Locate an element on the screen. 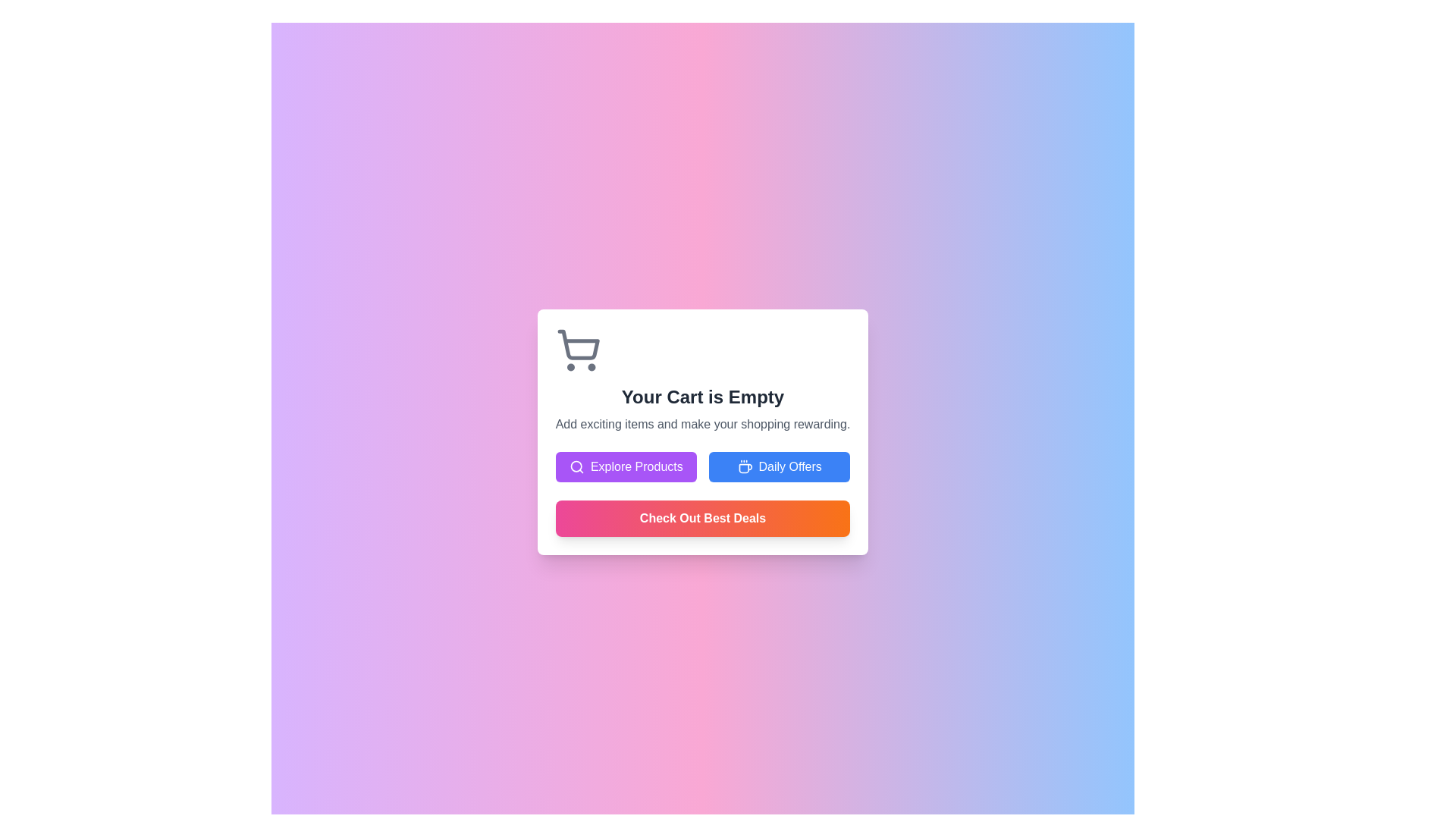  the shopping cart icon located at the top left corner of the card, which indicates virtual cart management status is located at coordinates (577, 350).